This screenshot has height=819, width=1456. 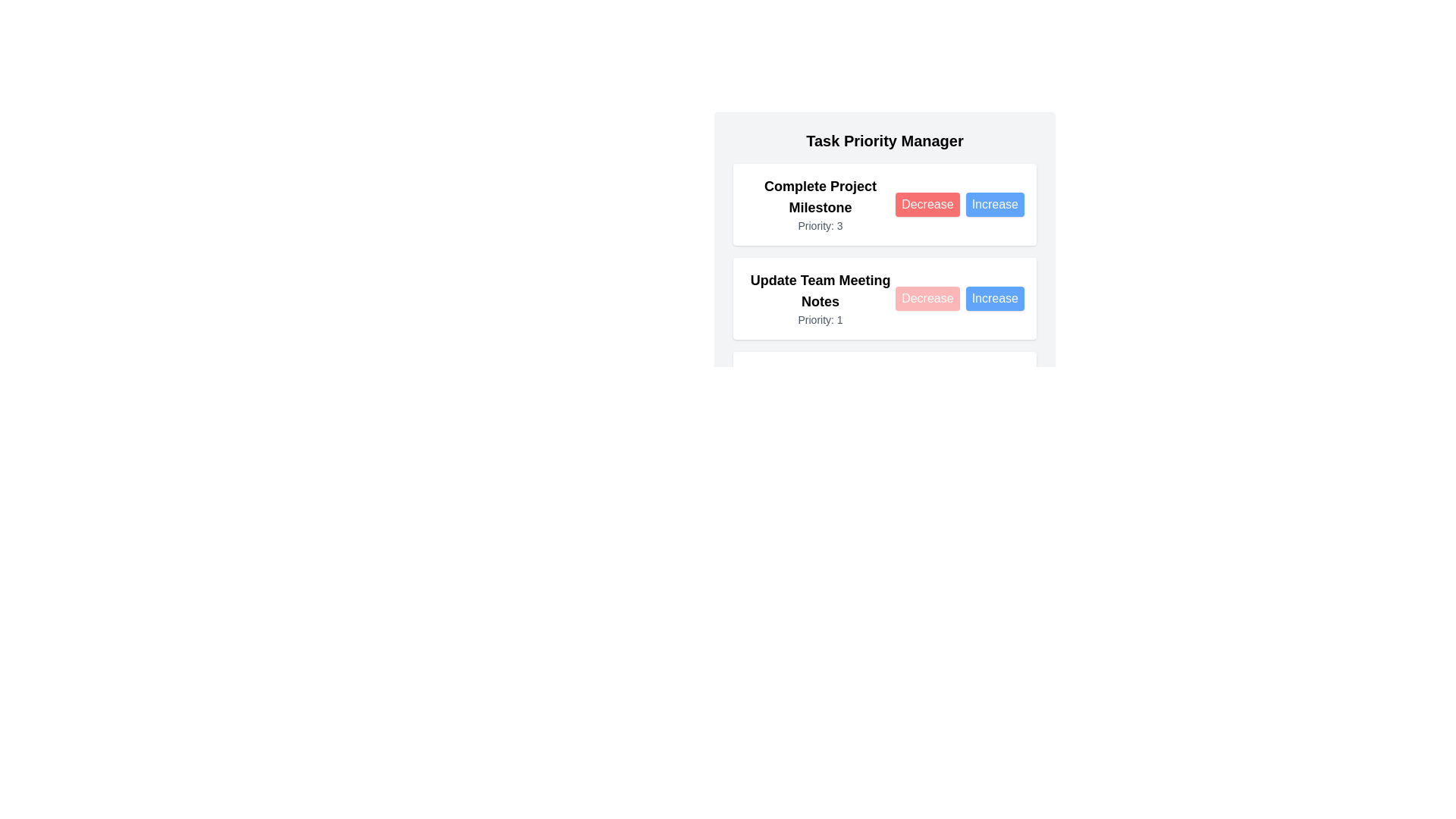 What do you see at coordinates (994, 205) in the screenshot?
I see `the Increase button for the task 'Complete Project Milestone'` at bounding box center [994, 205].